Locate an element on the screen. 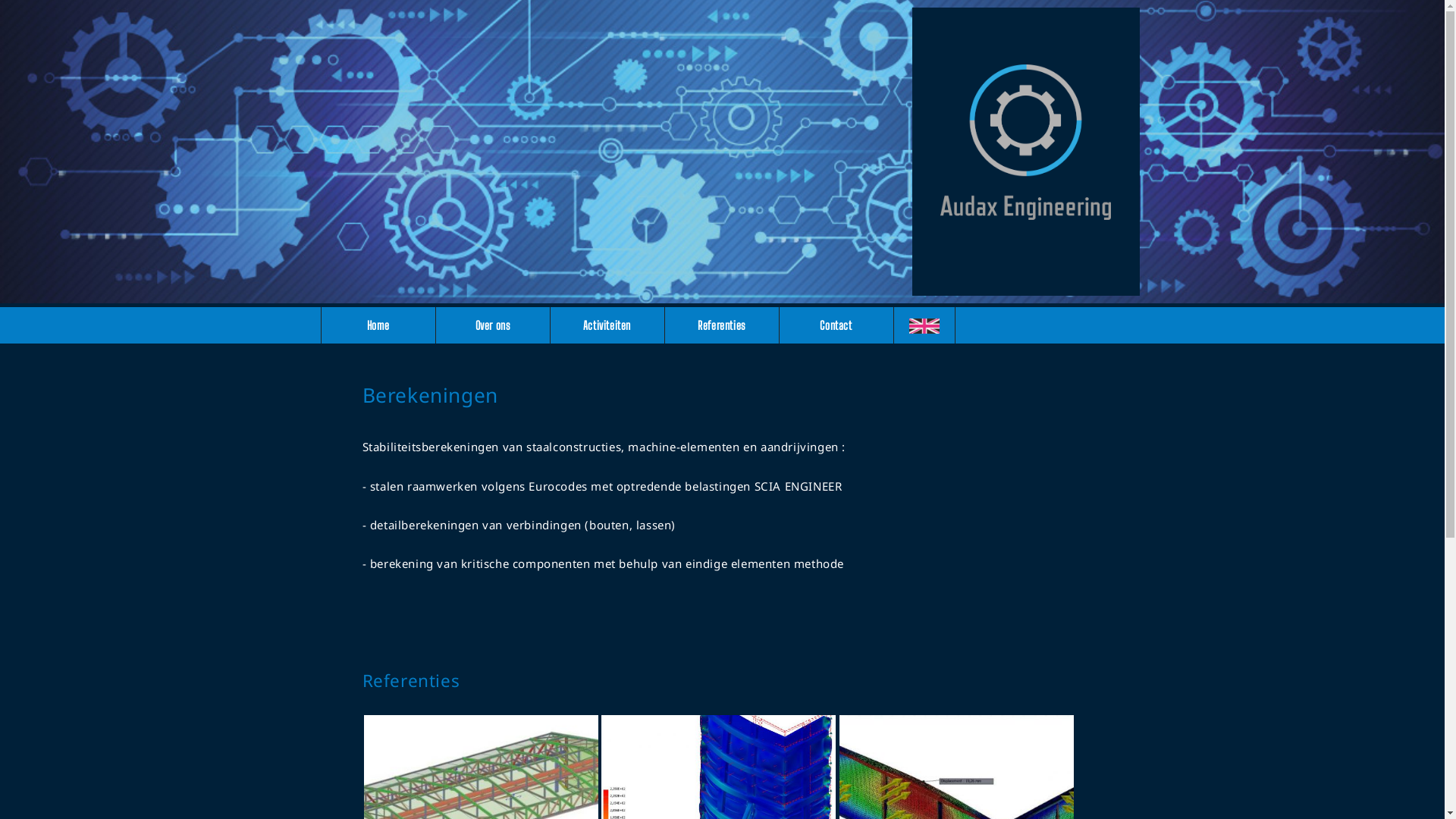  'Contact' is located at coordinates (836, 324).